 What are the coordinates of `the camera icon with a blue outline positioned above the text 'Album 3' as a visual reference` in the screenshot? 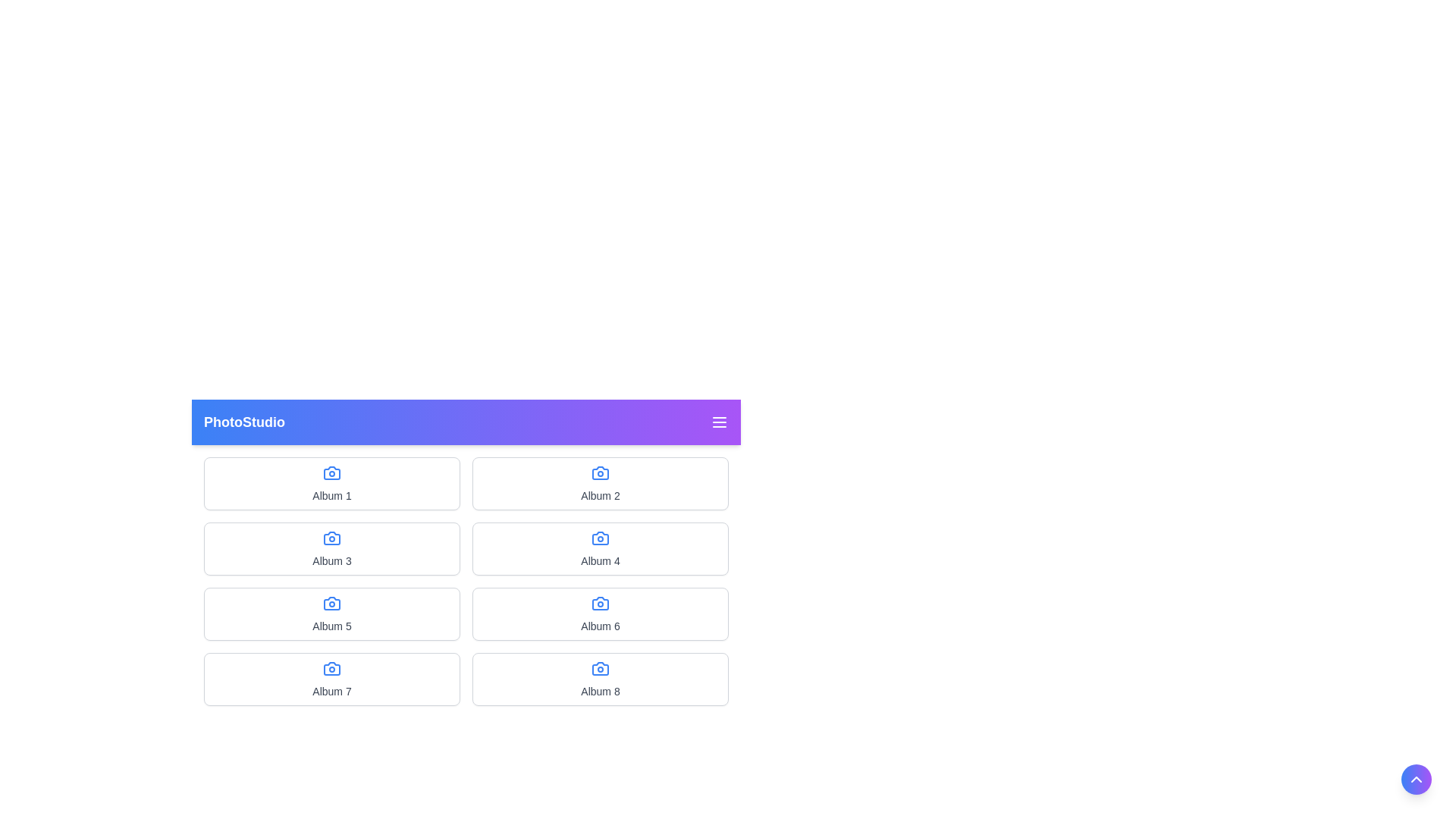 It's located at (331, 537).